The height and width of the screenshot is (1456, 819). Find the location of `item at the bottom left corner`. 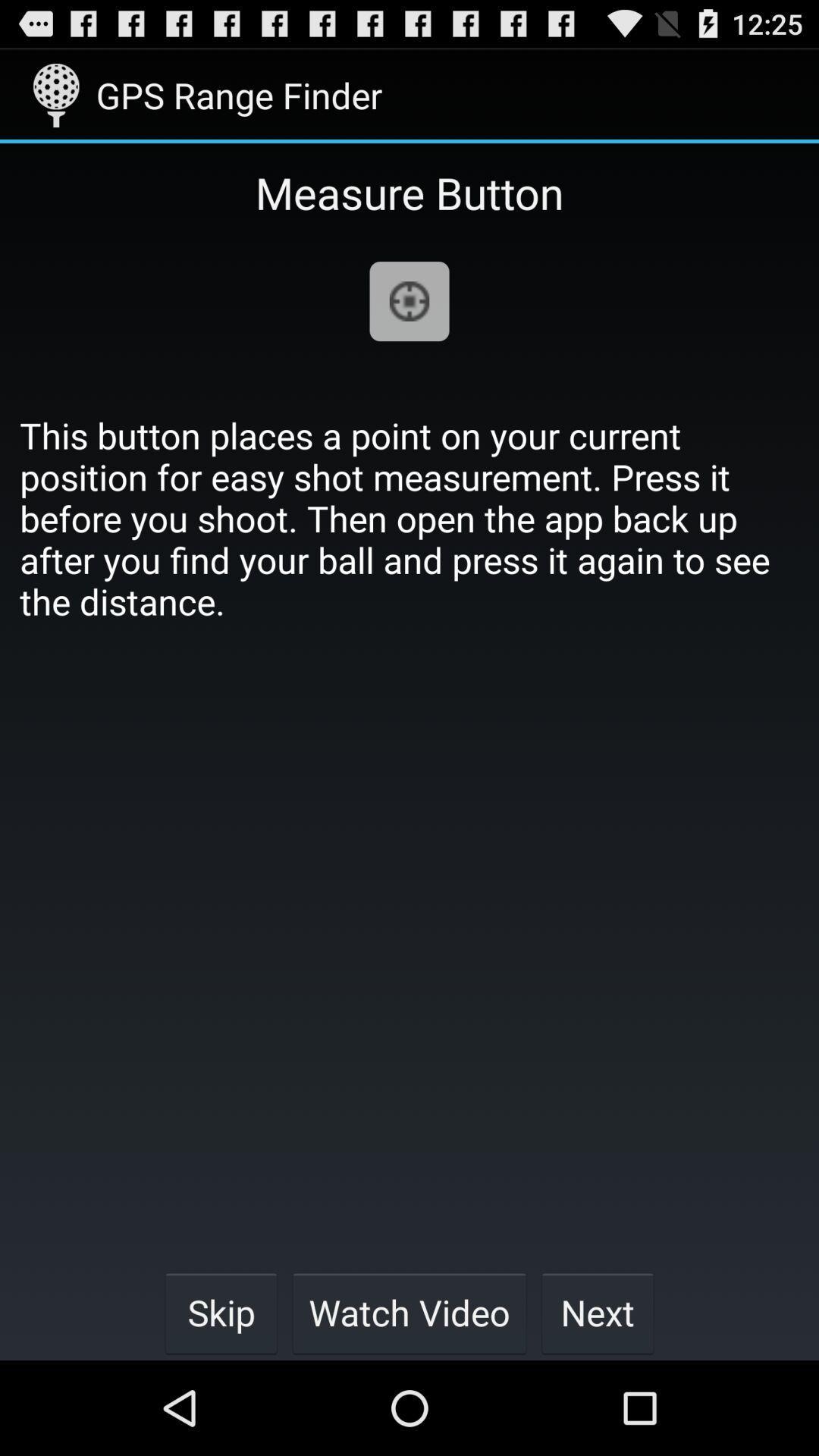

item at the bottom left corner is located at coordinates (221, 1312).